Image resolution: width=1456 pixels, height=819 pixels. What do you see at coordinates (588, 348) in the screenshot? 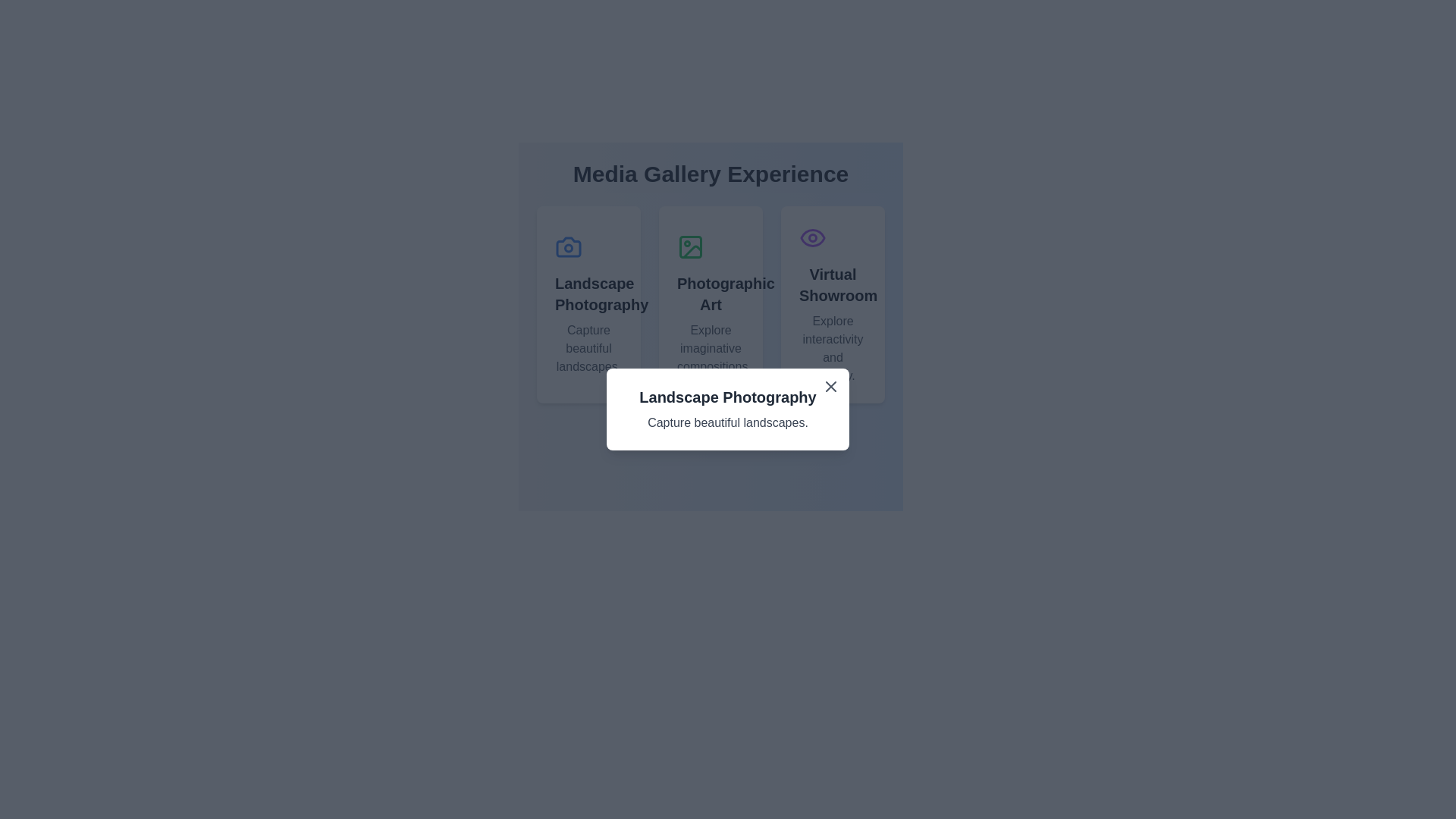
I see `the static text element displaying 'Capture beautiful landscapes.' which is styled in a smaller gray font and located below the header 'Landscape Photography.'` at bounding box center [588, 348].